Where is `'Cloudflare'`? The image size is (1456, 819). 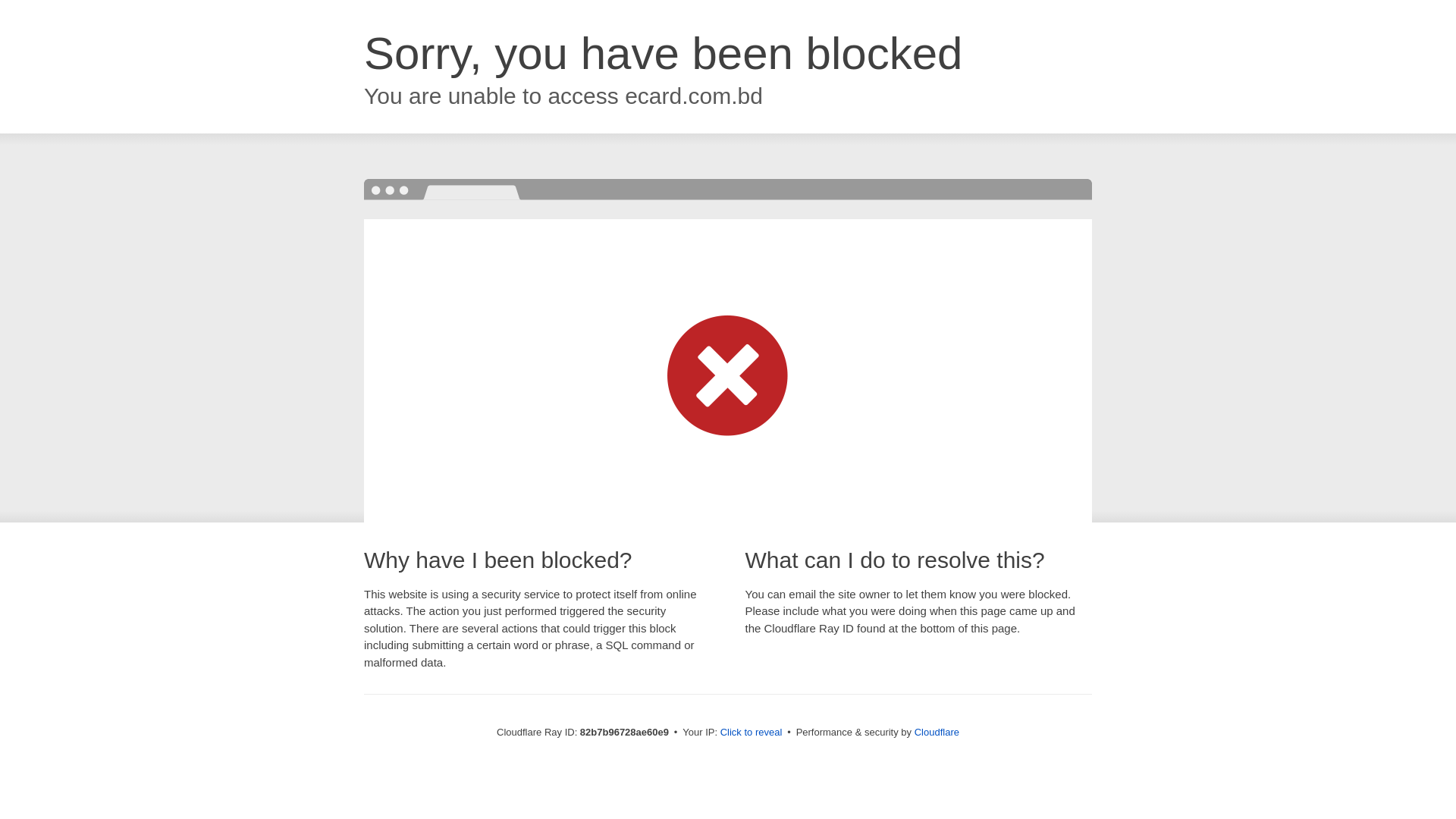 'Cloudflare' is located at coordinates (936, 731).